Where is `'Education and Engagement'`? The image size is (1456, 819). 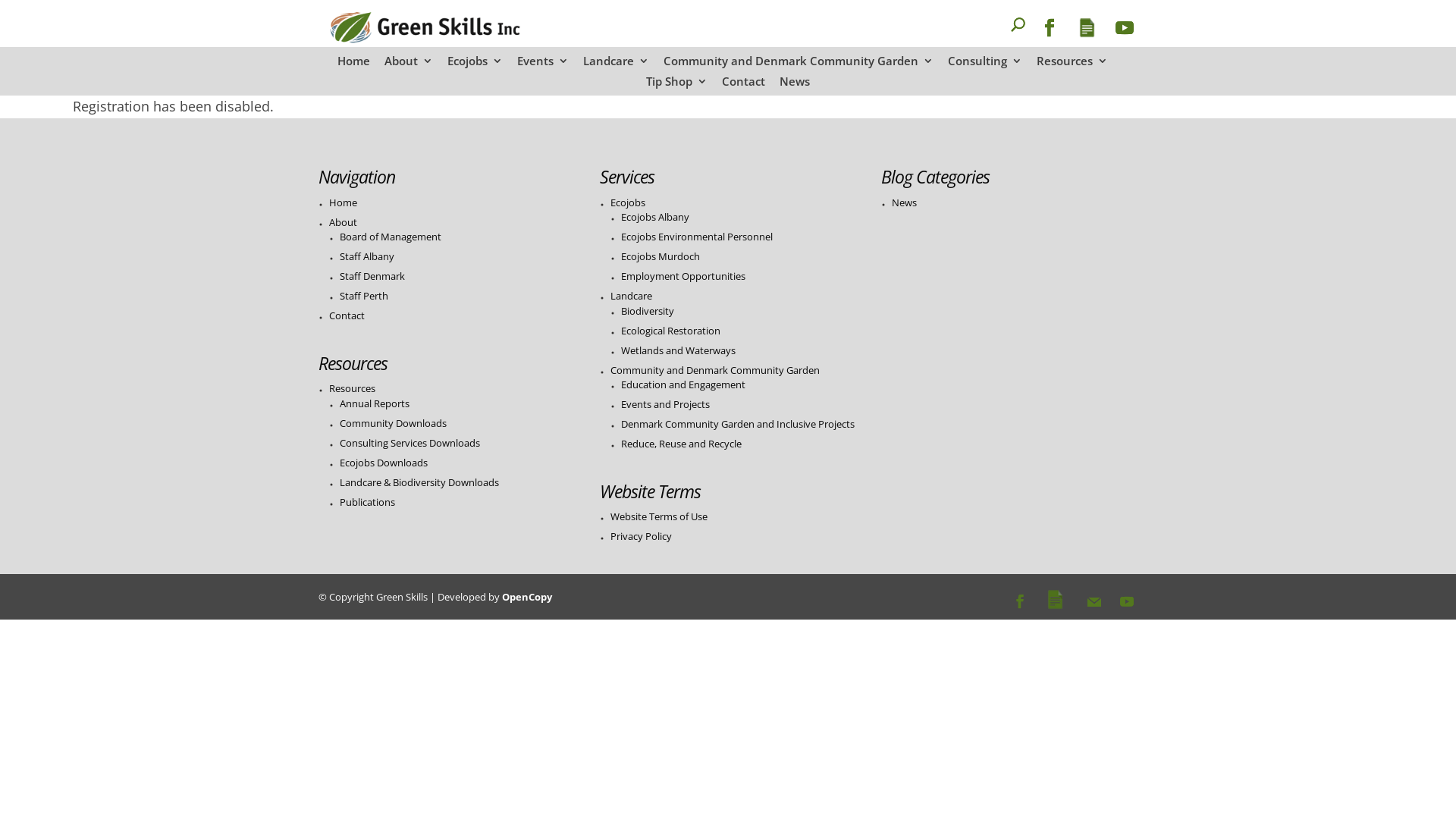
'Education and Engagement' is located at coordinates (682, 383).